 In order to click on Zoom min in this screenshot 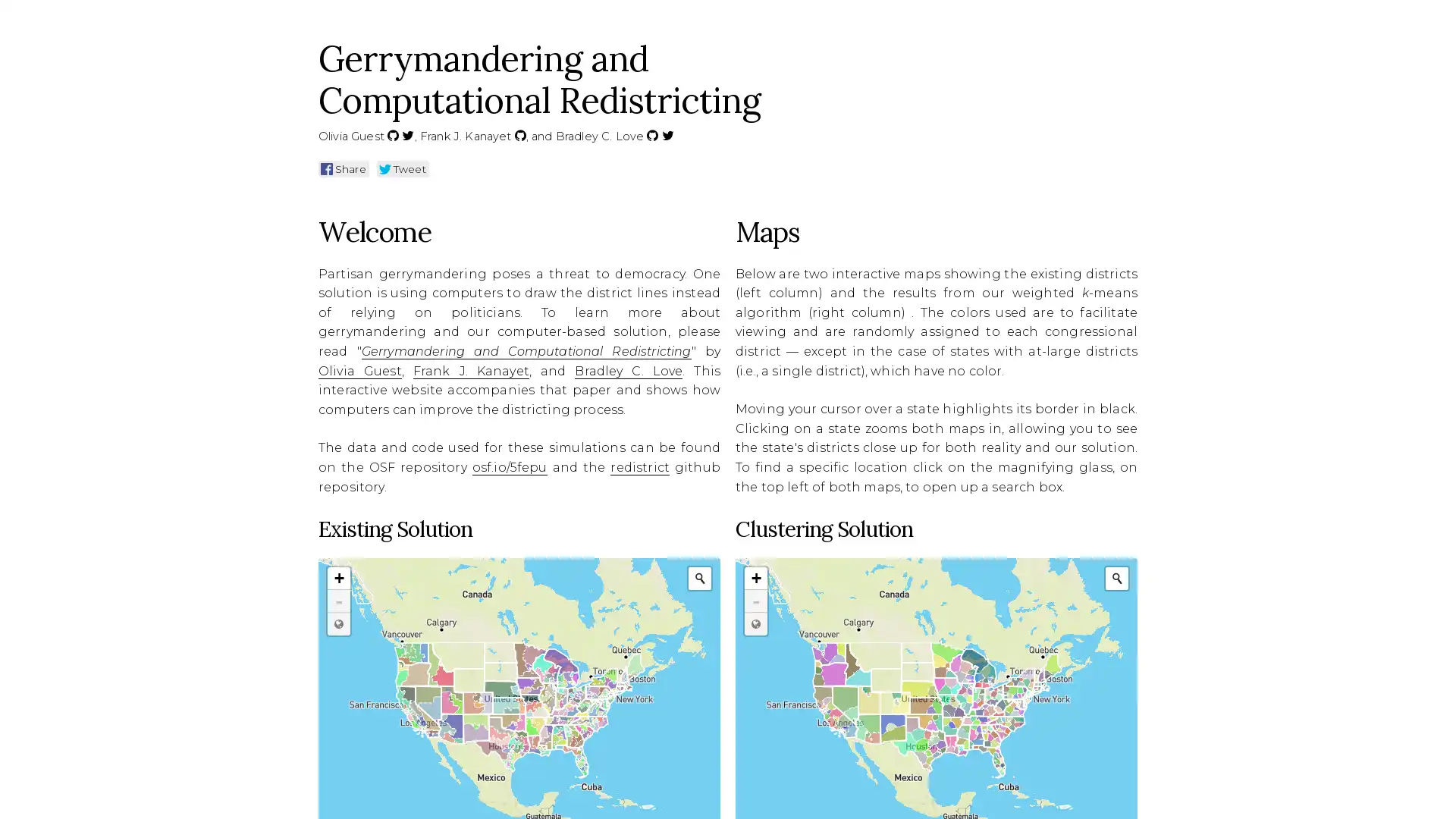, I will do `click(756, 623)`.